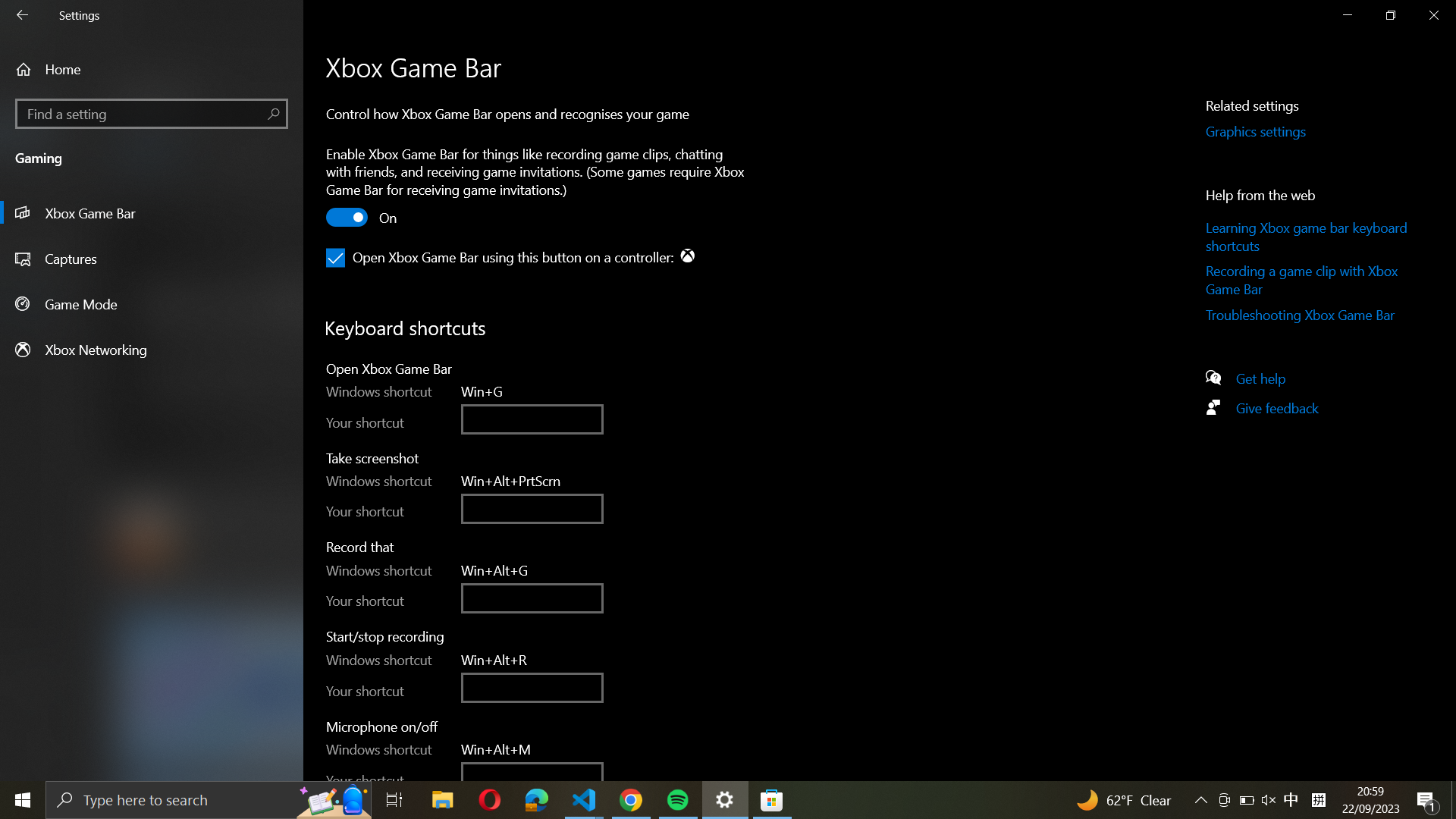  What do you see at coordinates (151, 113) in the screenshot?
I see `the "Find a Setting" action` at bounding box center [151, 113].